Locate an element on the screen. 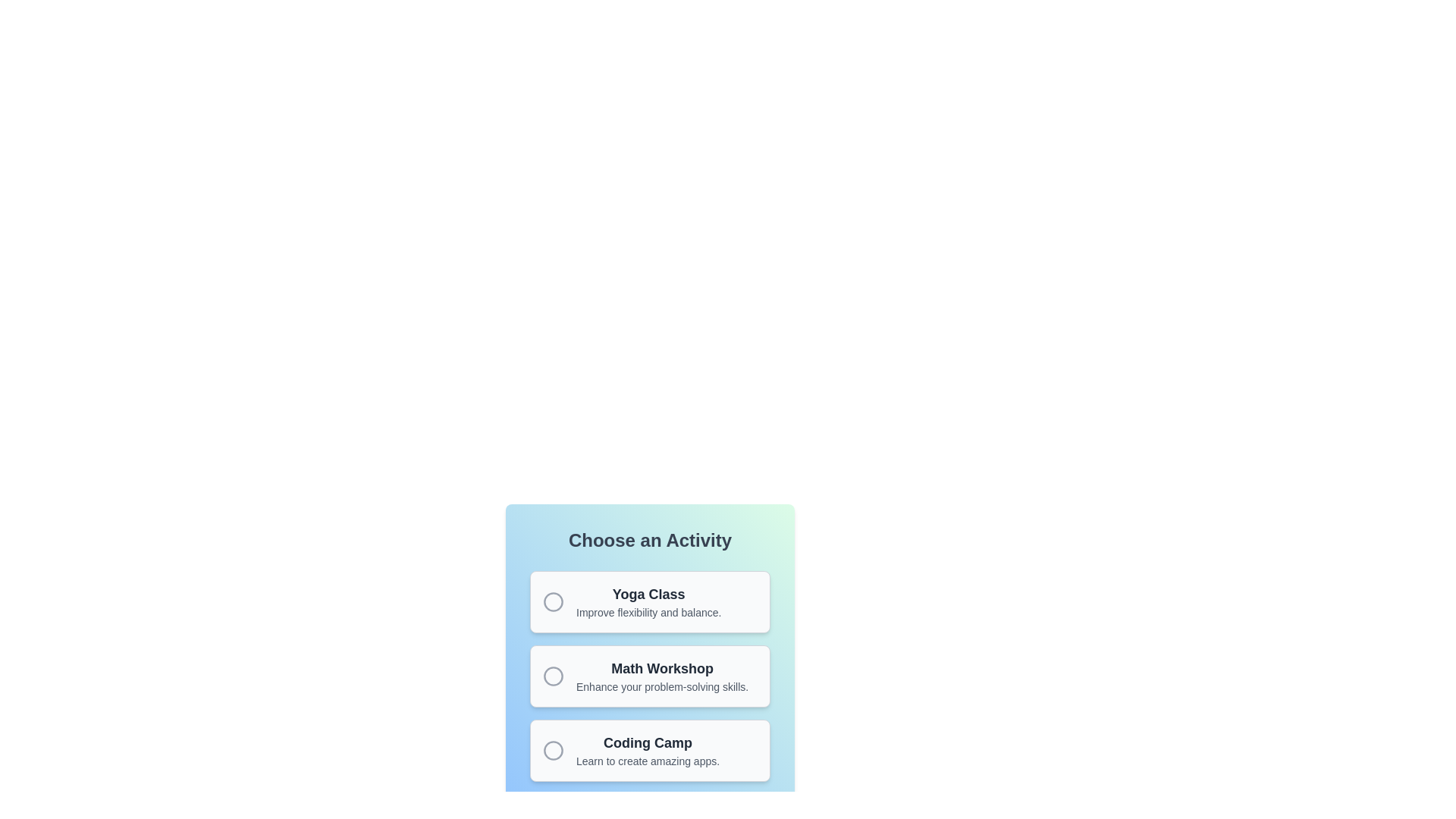 This screenshot has height=819, width=1456. the inner Circle graphic element with a gray outline that is centered within the button labeled 'Yoga Class' is located at coordinates (552, 601).